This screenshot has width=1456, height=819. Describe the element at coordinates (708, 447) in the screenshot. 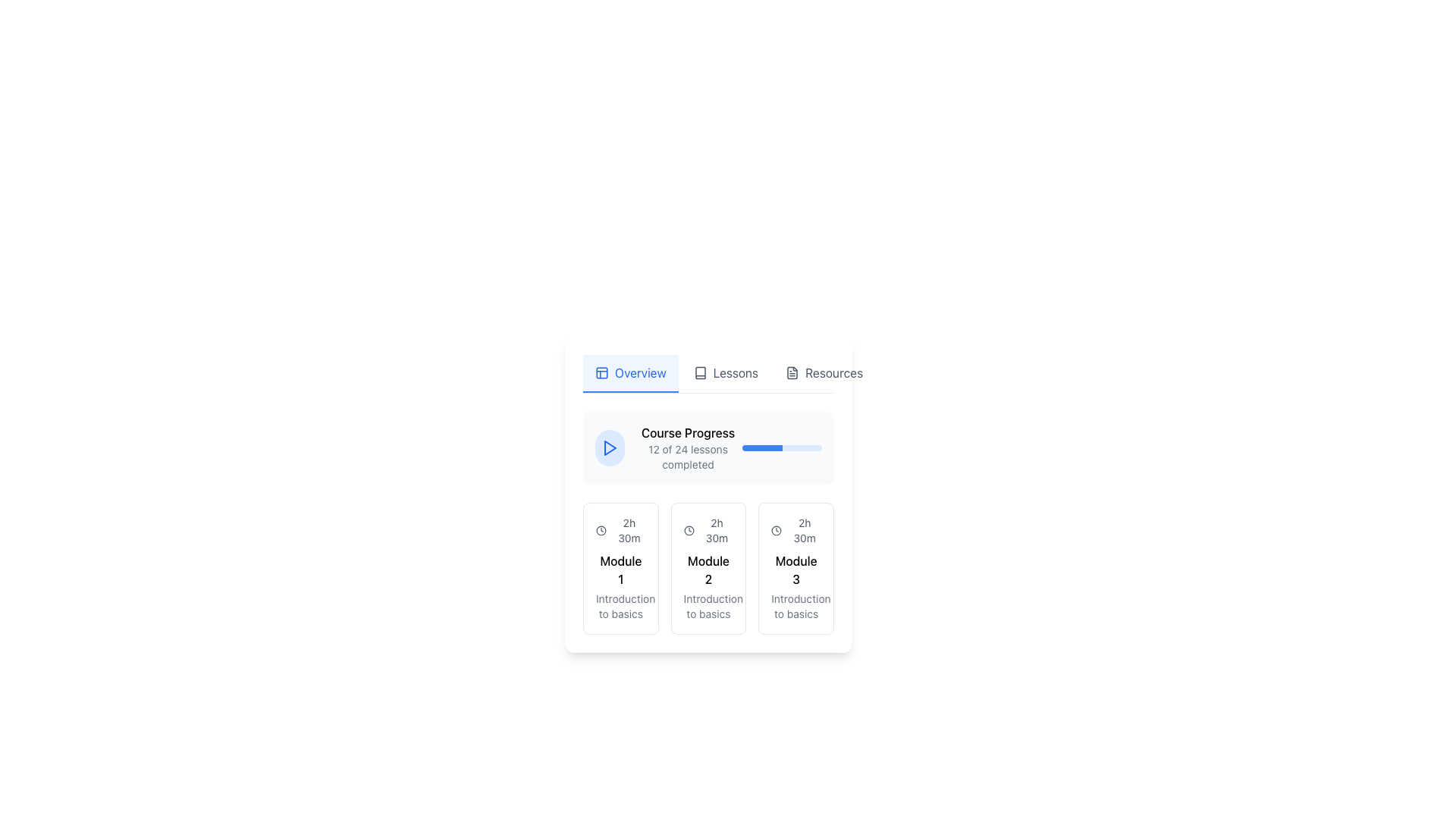

I see `the course progress indicator element that displays the number of lessons completed out of the total available, located at the top section of the main content area` at that location.